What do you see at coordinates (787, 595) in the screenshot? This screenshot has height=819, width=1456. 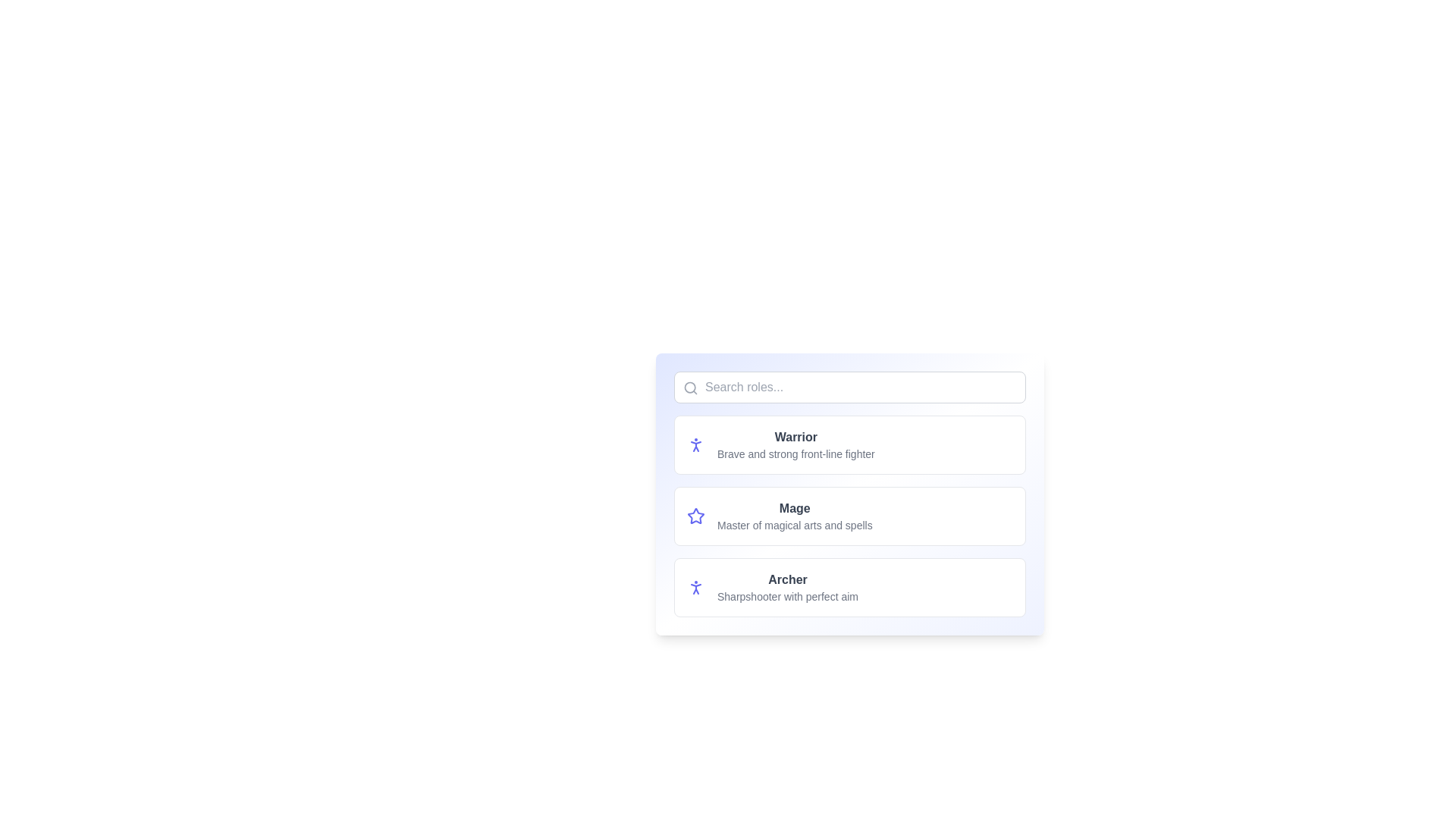 I see `the descriptive text label providing information about the 'Archer' role, located directly beneath the bold 'Archer' title in the roles section` at bounding box center [787, 595].